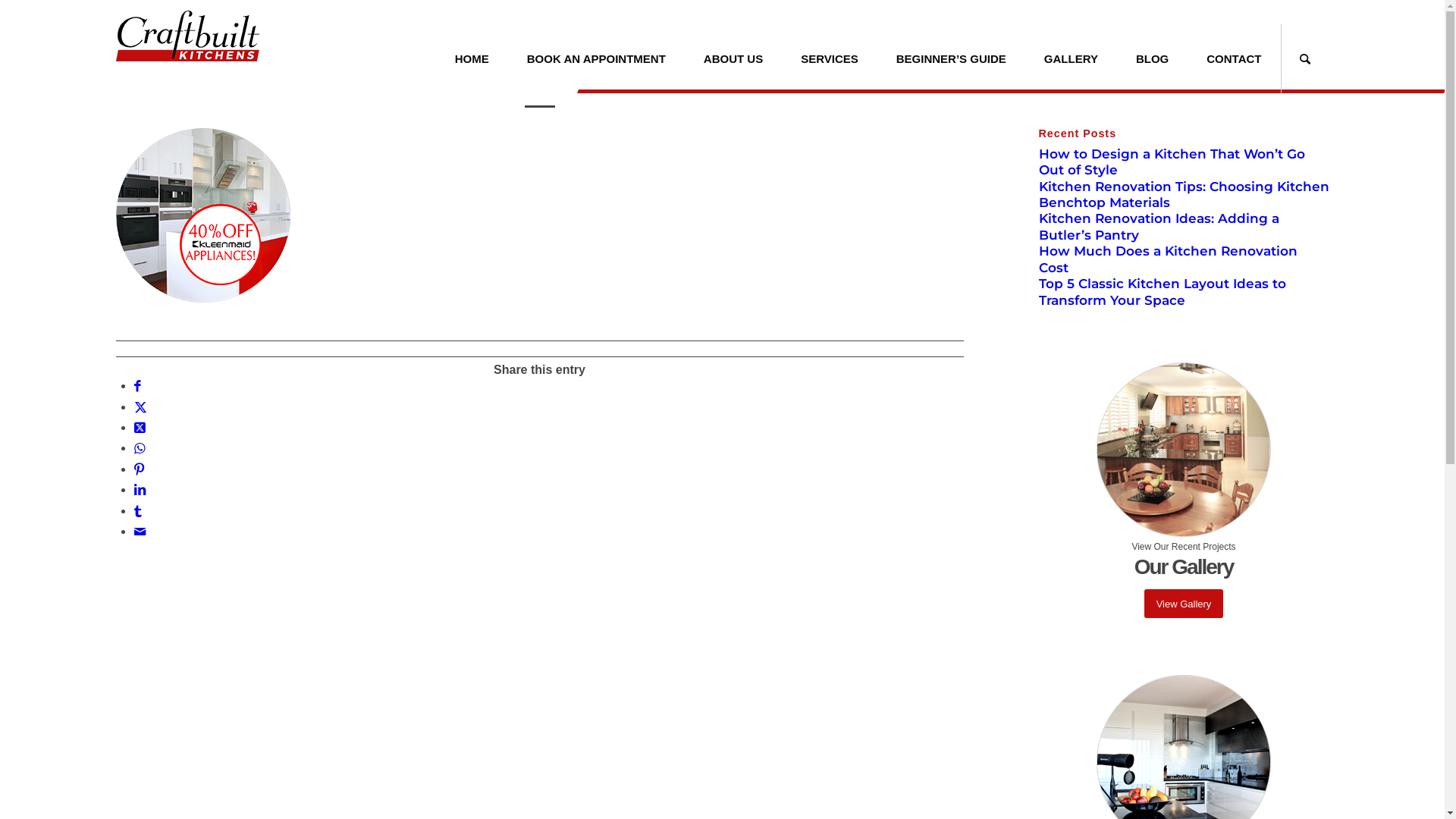 The height and width of the screenshot is (819, 1456). Describe the element at coordinates (1183, 603) in the screenshot. I see `'View Gallery'` at that location.